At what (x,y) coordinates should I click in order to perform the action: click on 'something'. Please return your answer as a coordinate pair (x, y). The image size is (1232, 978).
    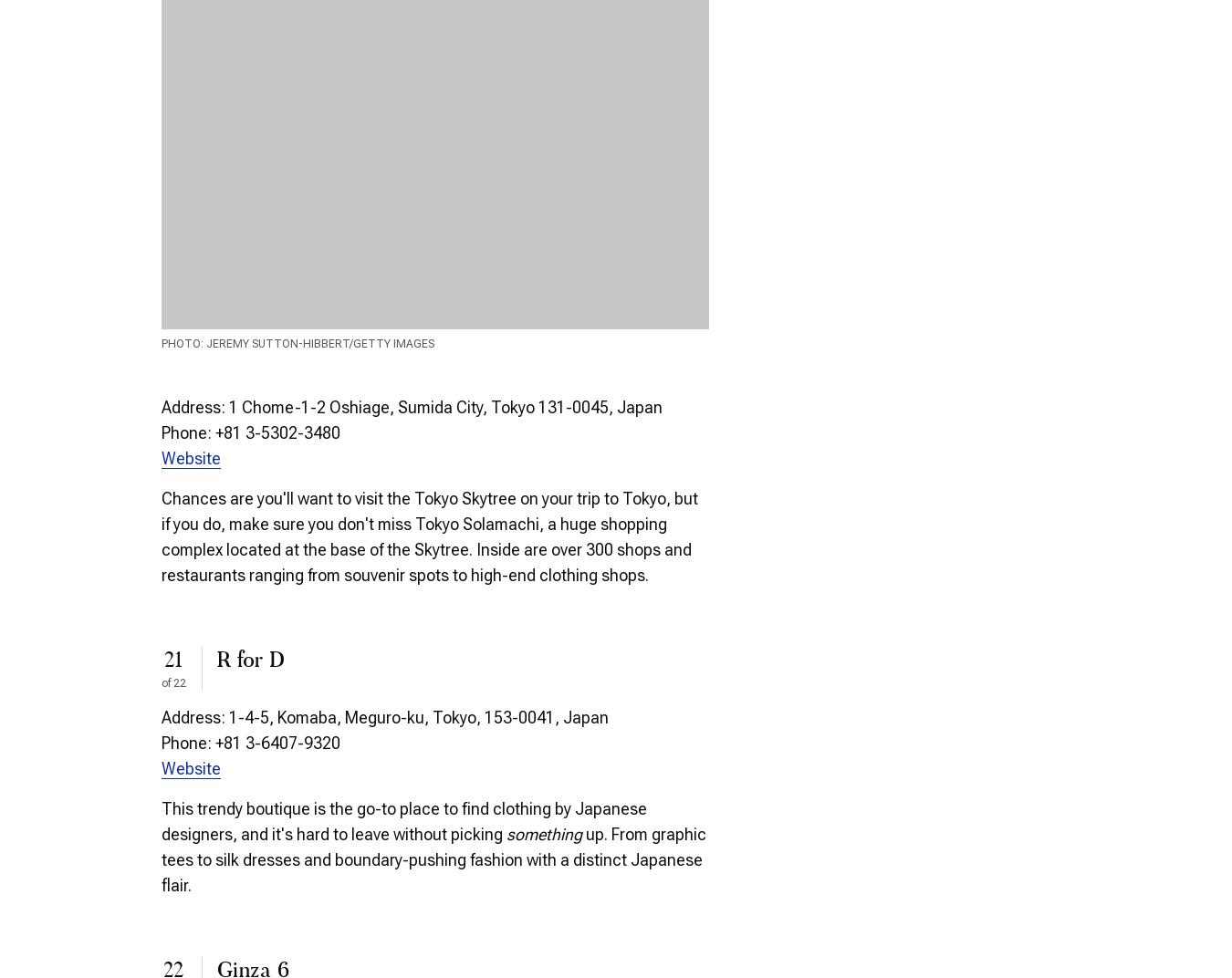
    Looking at the image, I should click on (505, 834).